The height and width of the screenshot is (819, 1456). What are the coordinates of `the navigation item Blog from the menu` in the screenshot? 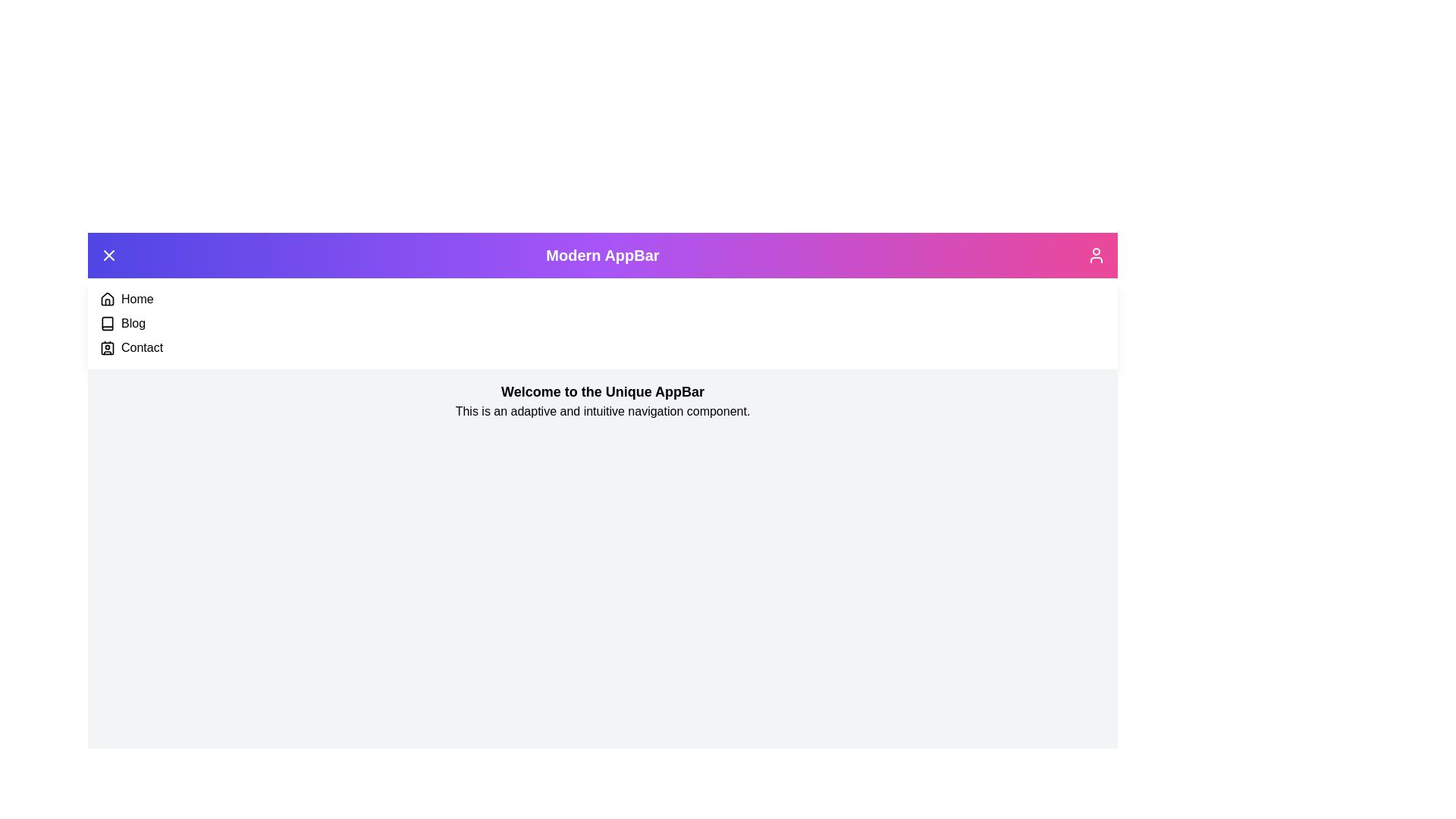 It's located at (107, 323).